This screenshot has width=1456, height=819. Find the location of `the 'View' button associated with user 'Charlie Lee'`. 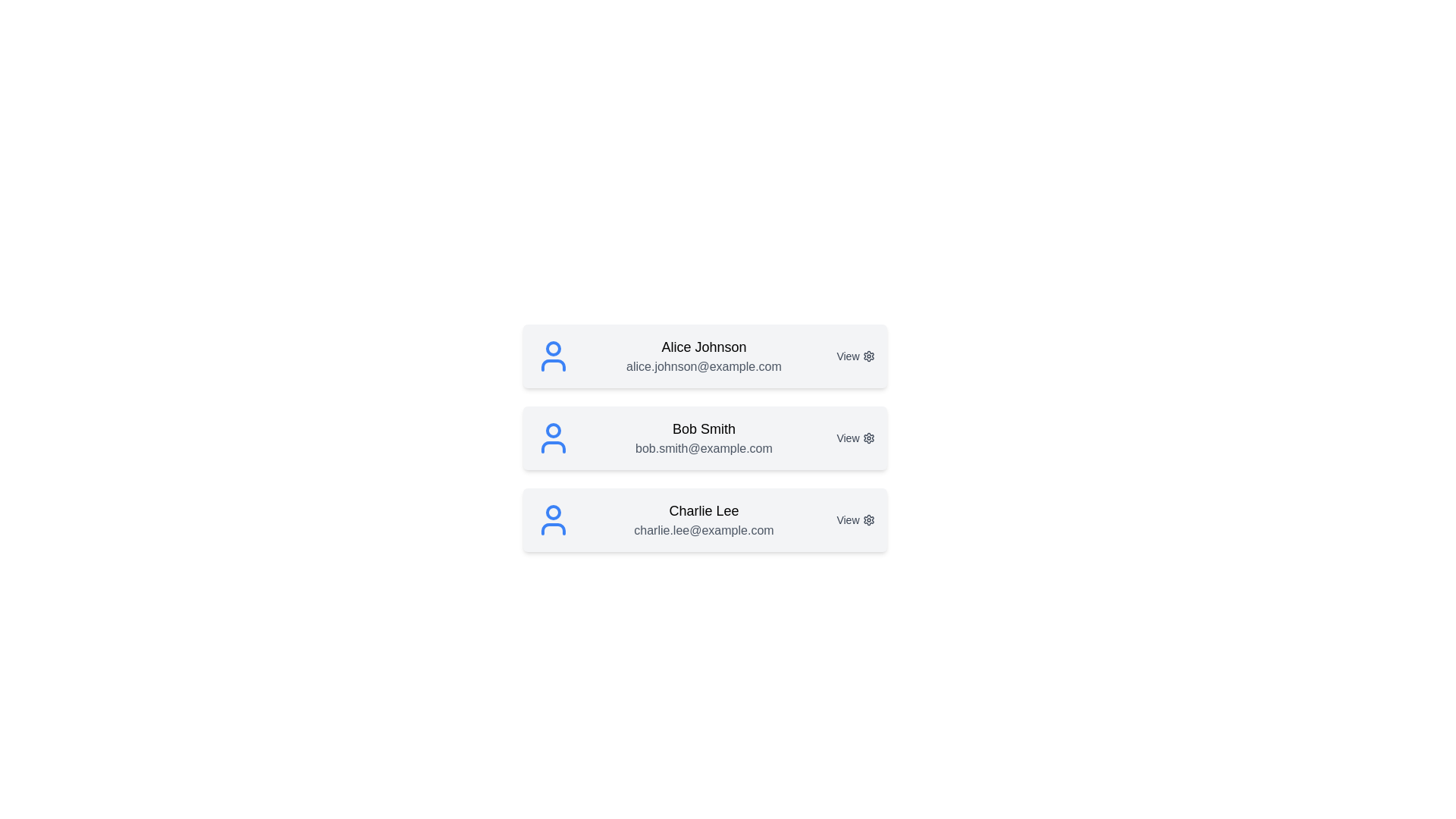

the 'View' button associated with user 'Charlie Lee' is located at coordinates (855, 519).